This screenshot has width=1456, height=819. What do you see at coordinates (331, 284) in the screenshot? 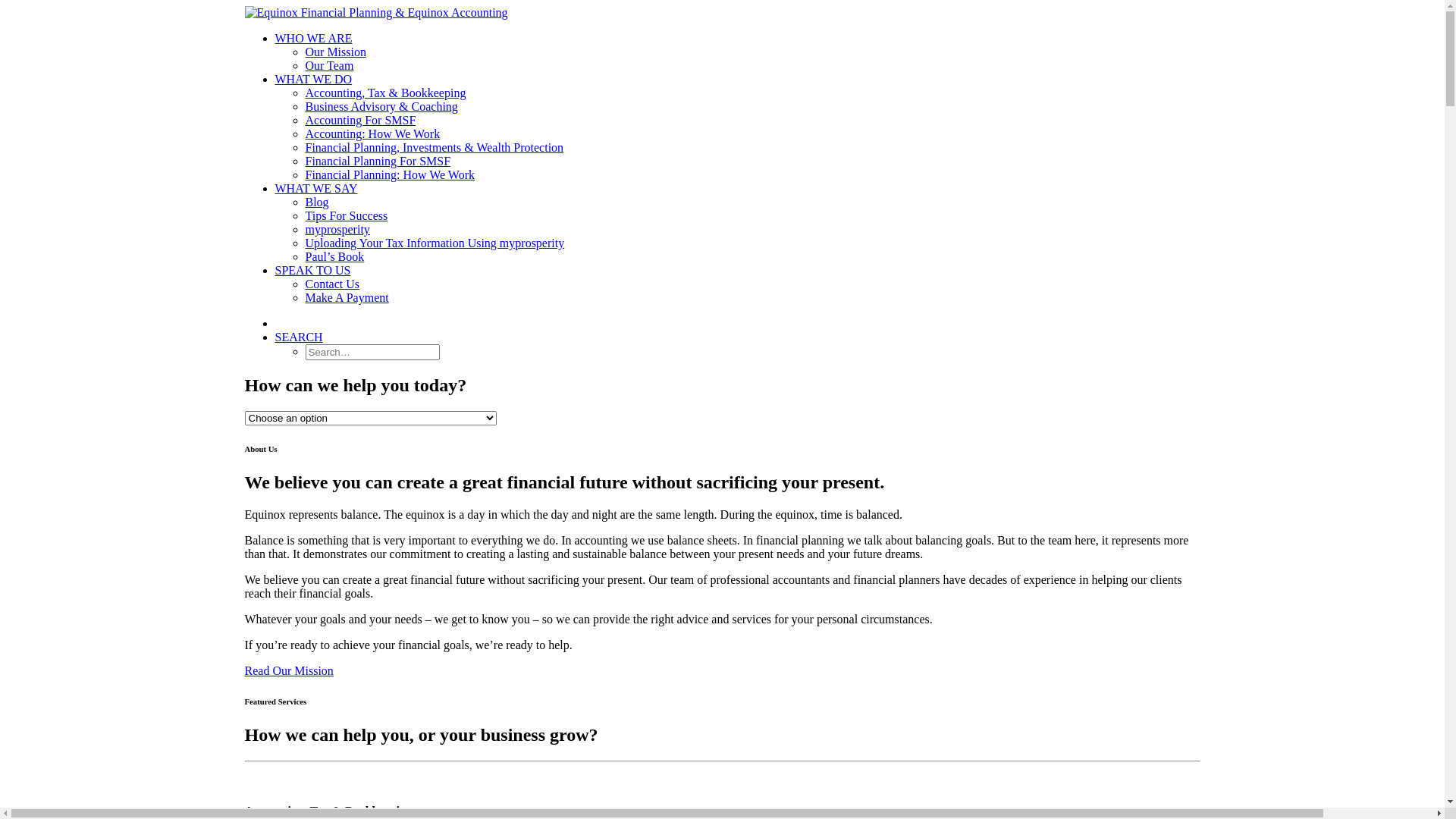
I see `'Contact Us'` at bounding box center [331, 284].